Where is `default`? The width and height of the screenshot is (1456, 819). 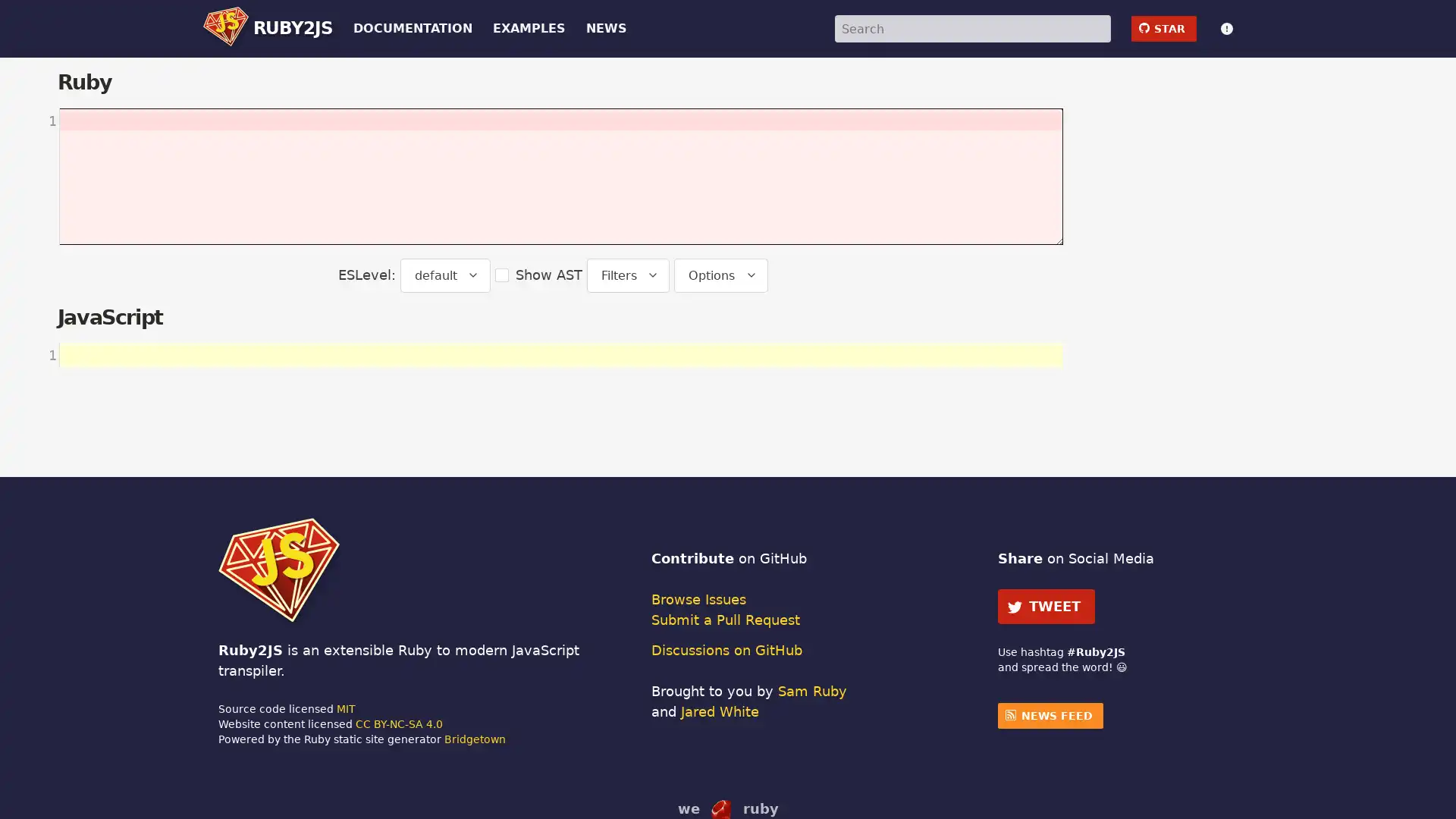
default is located at coordinates (444, 275).